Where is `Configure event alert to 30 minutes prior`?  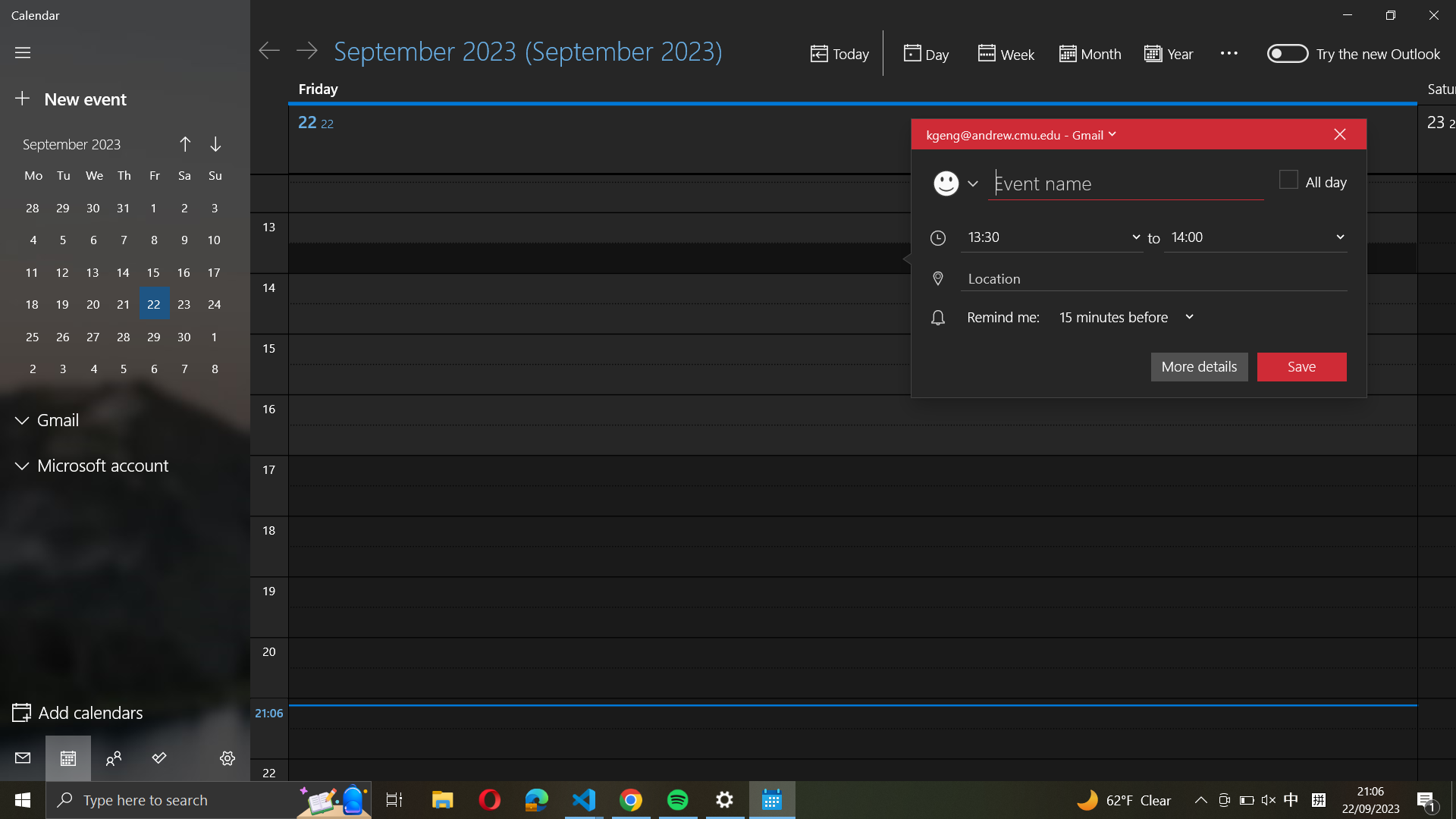 Configure event alert to 30 minutes prior is located at coordinates (1120, 317).